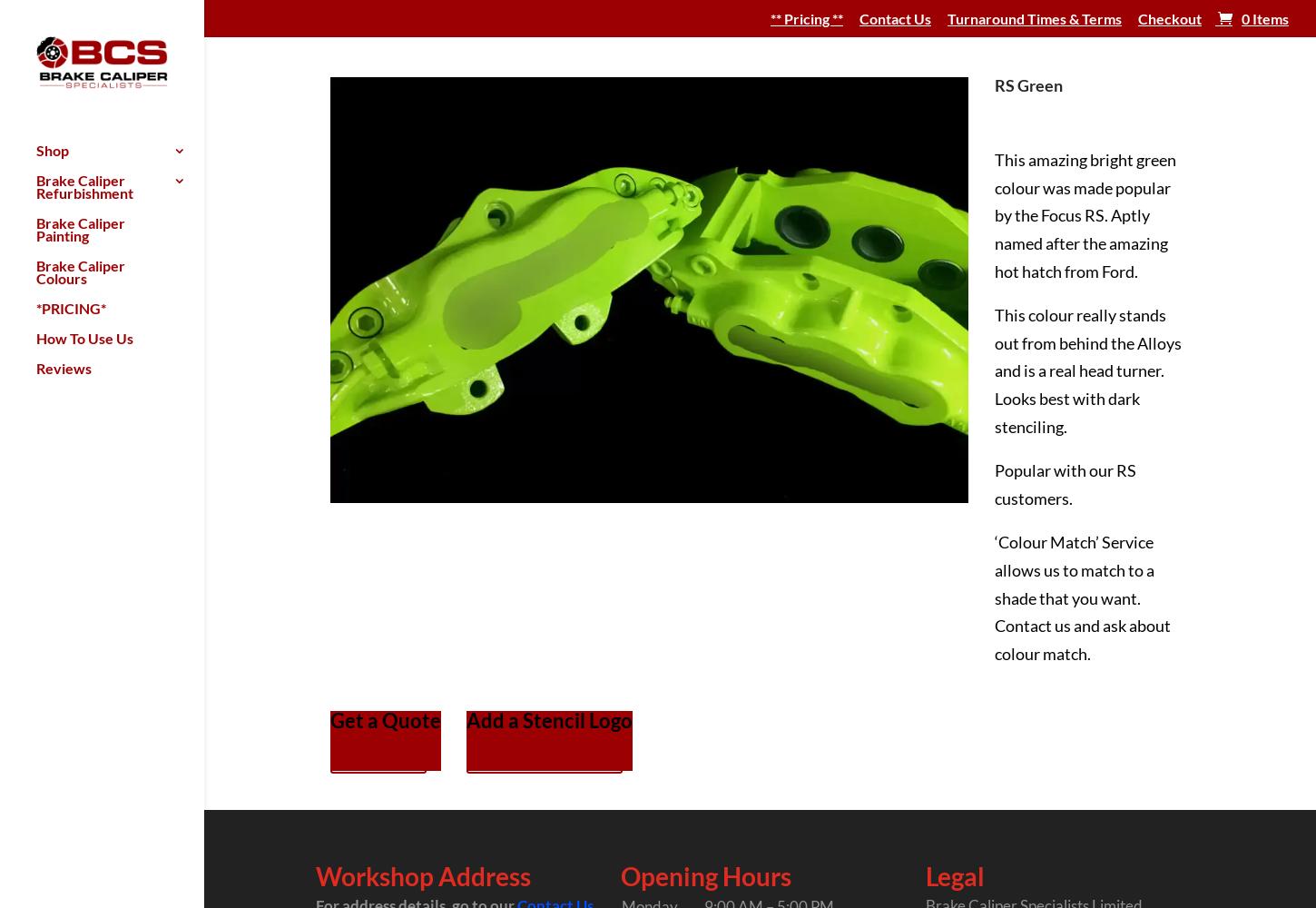 Image resolution: width=1316 pixels, height=908 pixels. I want to click on 'Workshop Address', so click(421, 875).